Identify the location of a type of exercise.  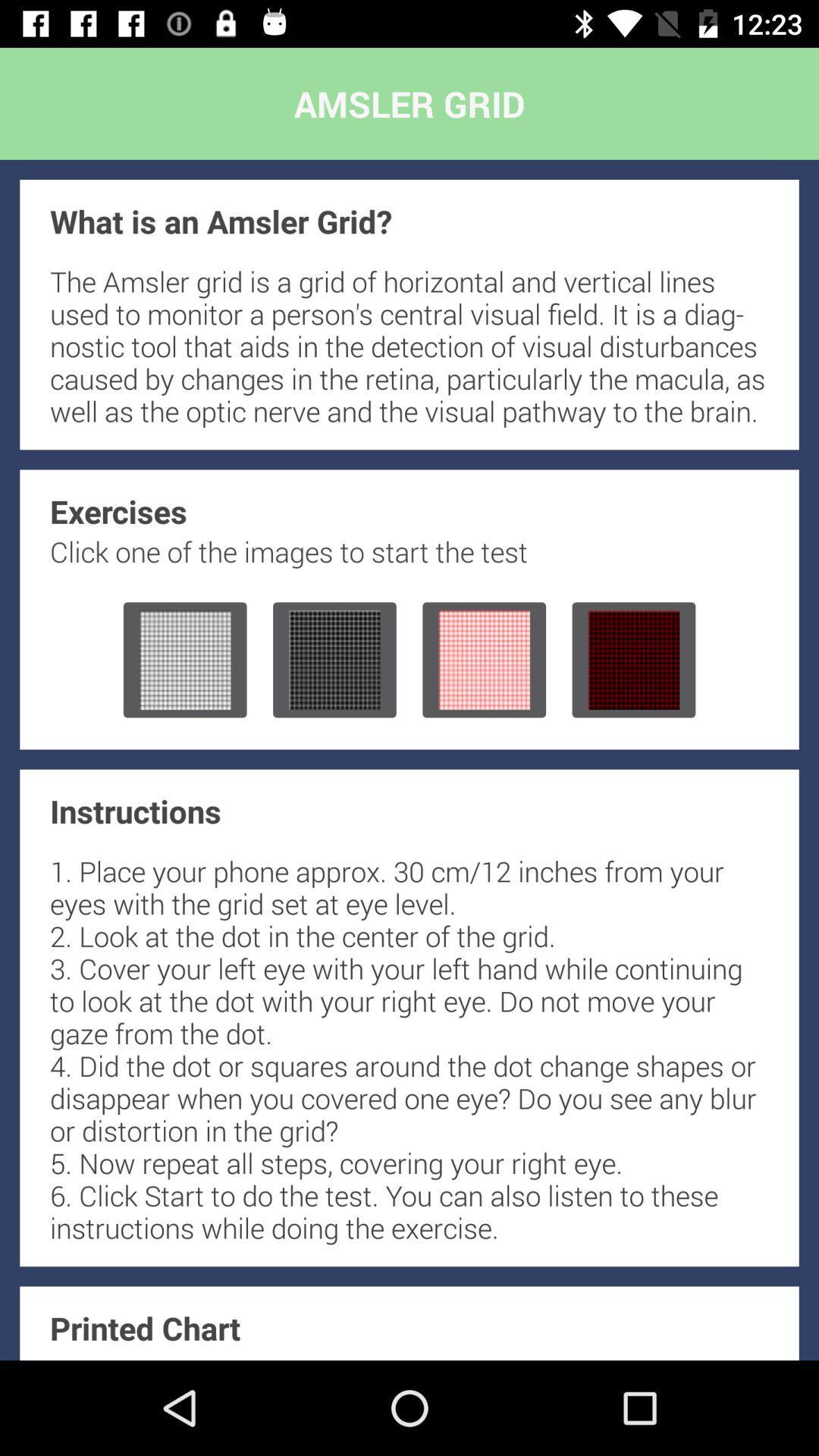
(334, 660).